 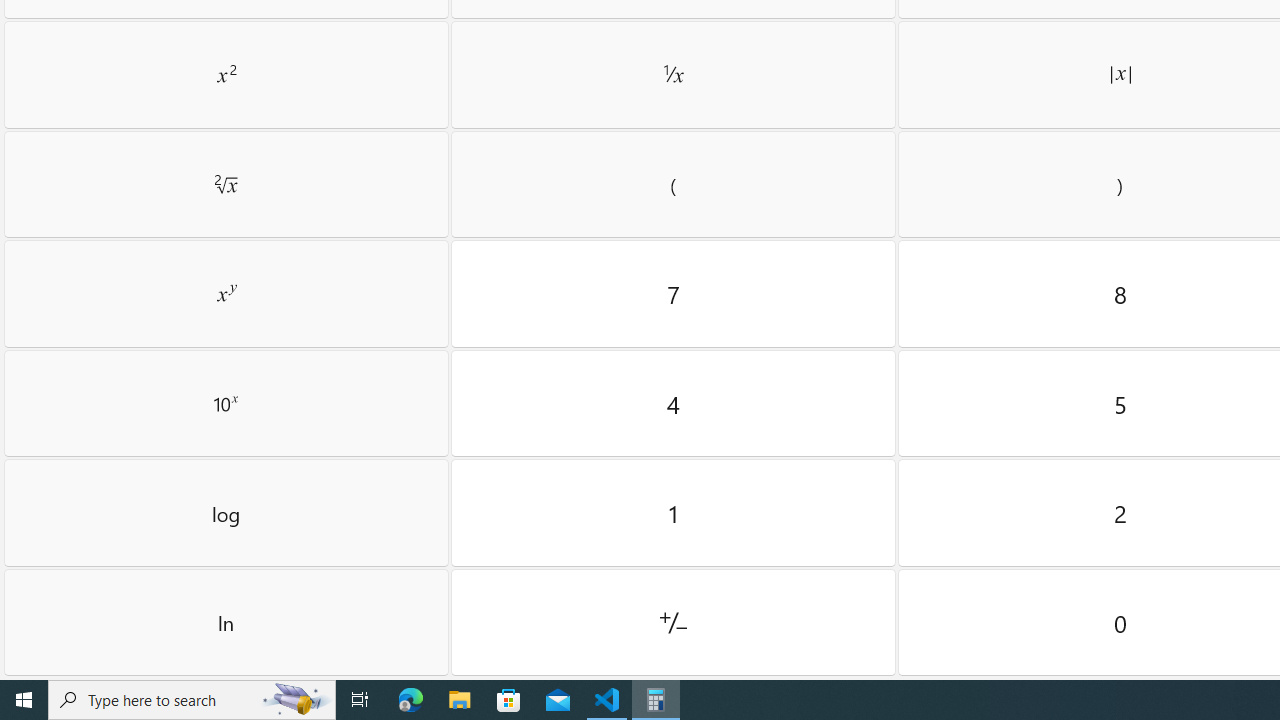 I want to click on 'Seven', so click(x=673, y=293).